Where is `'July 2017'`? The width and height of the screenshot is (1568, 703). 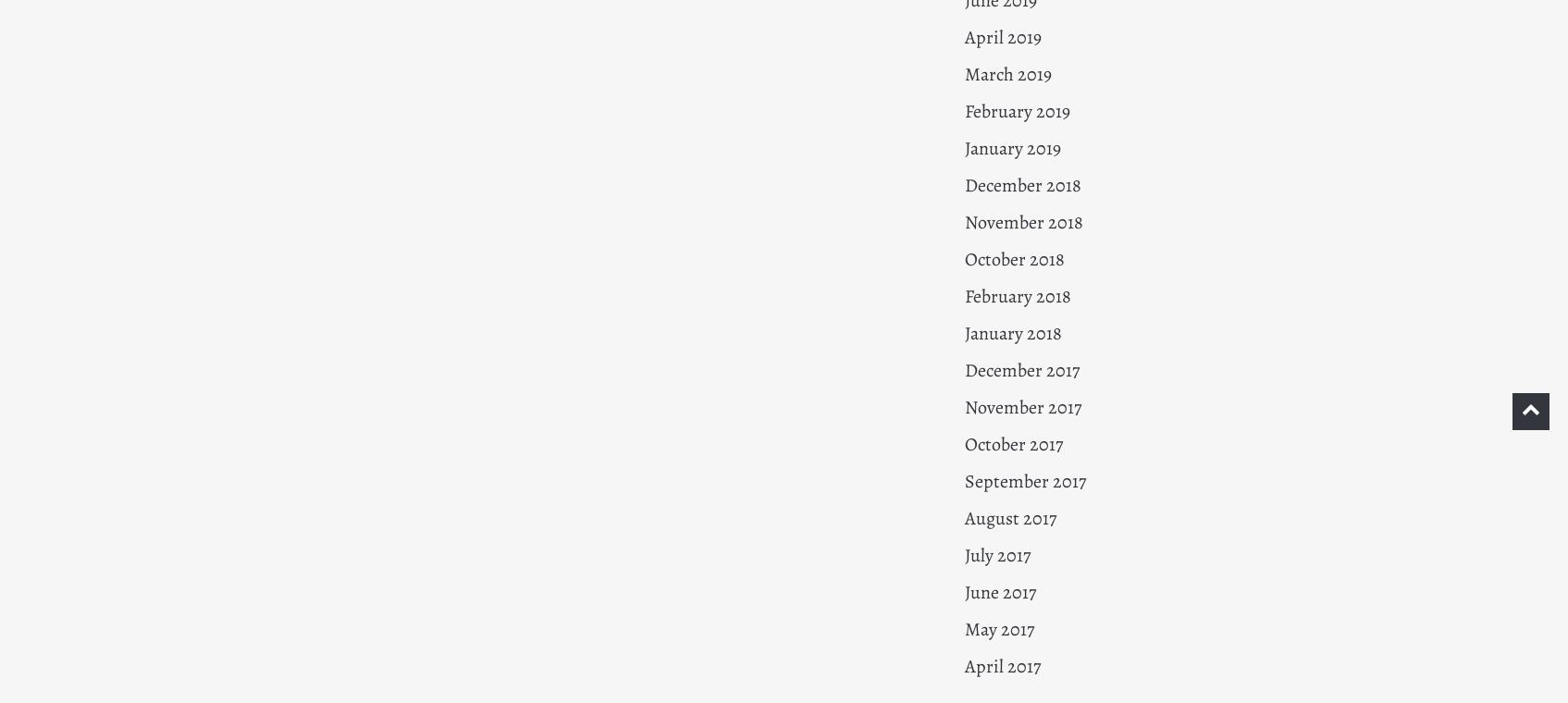
'July 2017' is located at coordinates (996, 554).